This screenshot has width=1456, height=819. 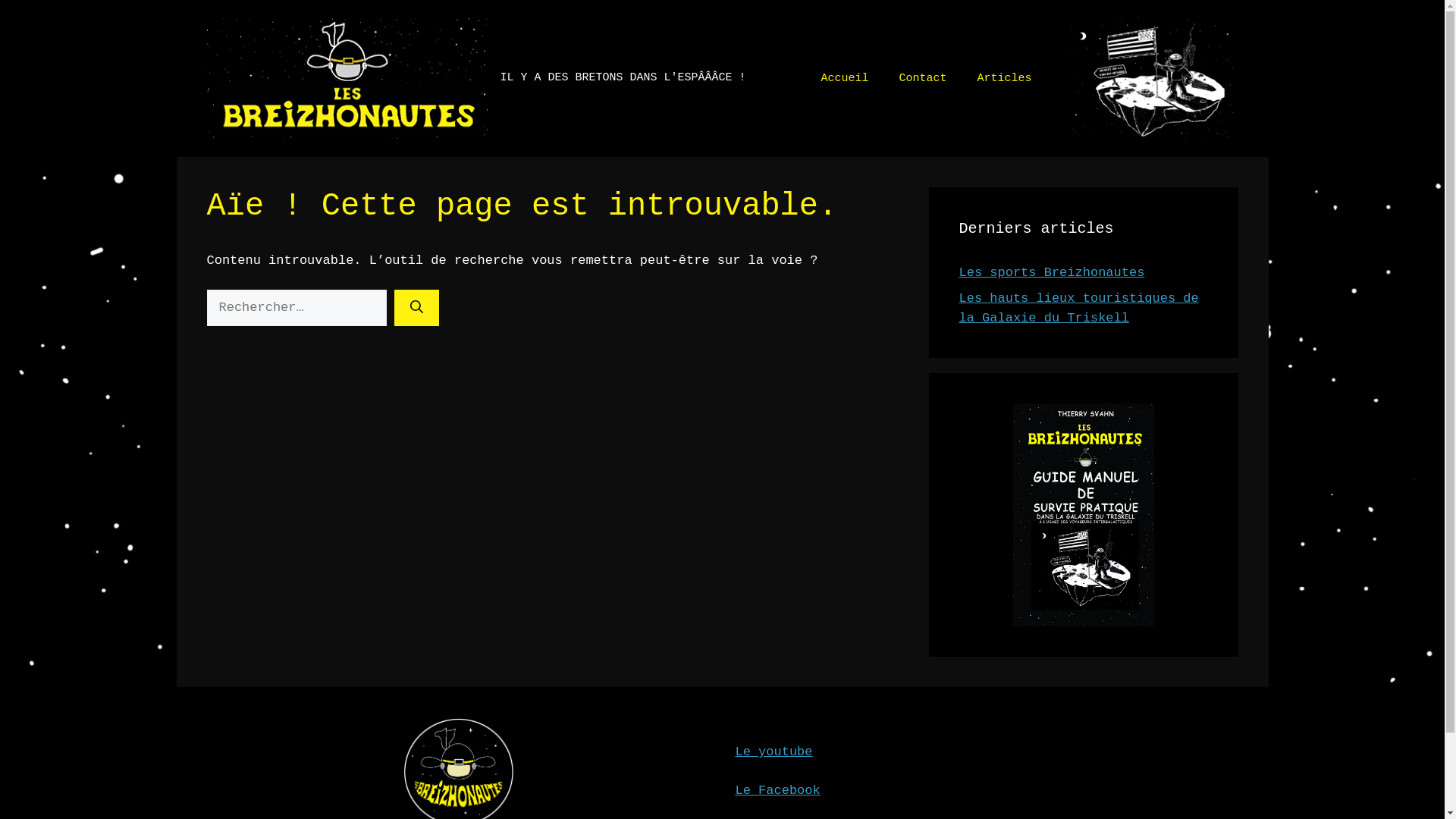 I want to click on 'Le youtube', so click(x=774, y=752).